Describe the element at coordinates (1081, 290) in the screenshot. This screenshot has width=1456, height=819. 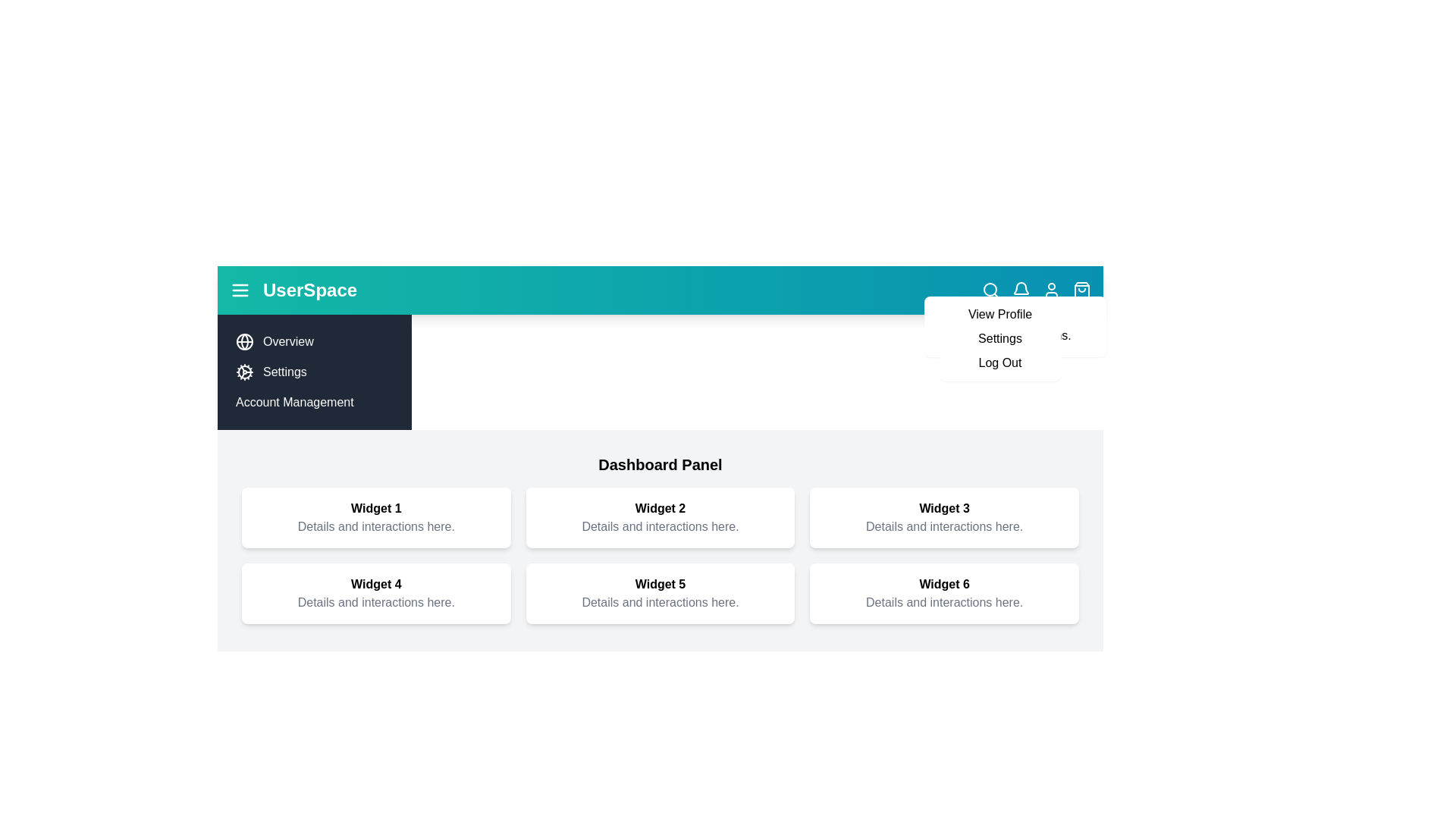
I see `the shopping bag icon, which is the fifth icon from the left in the top-right navigation bar` at that location.